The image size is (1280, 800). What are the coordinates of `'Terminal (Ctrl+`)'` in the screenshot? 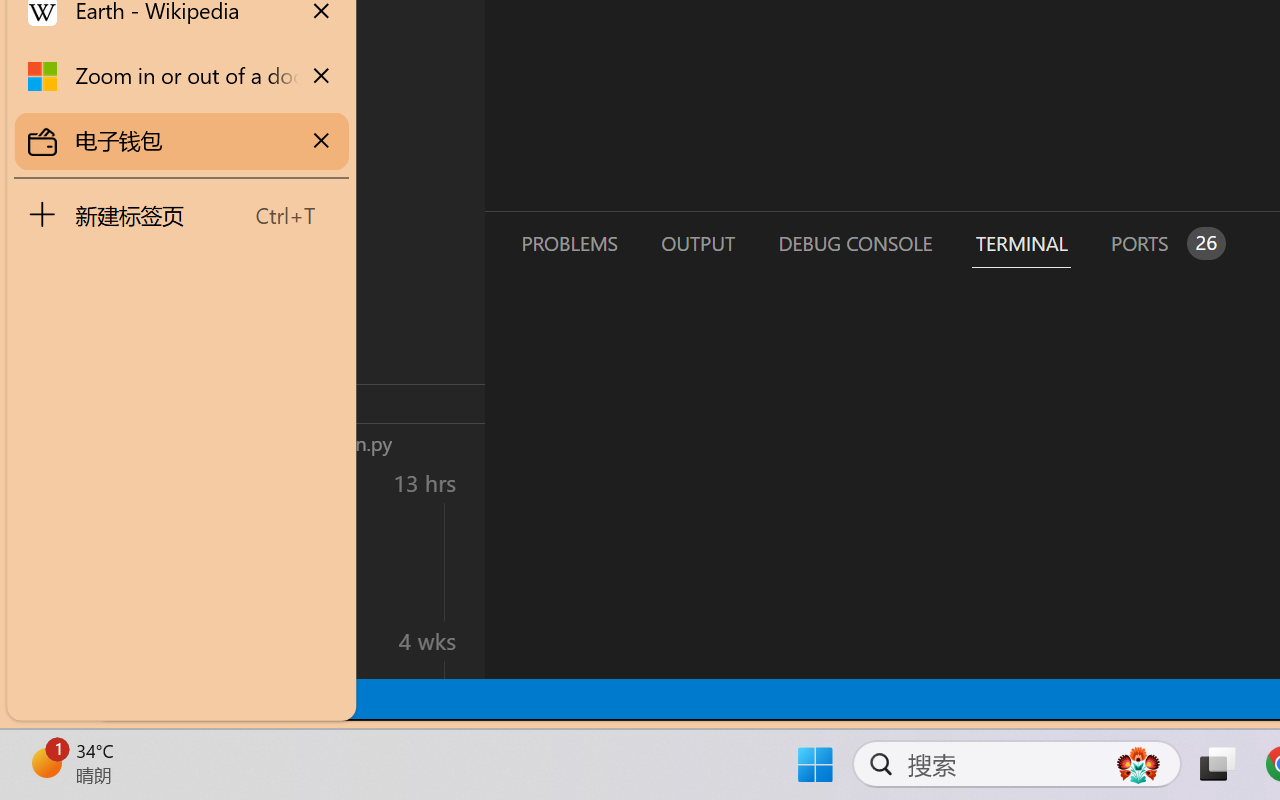 It's located at (1021, 242).